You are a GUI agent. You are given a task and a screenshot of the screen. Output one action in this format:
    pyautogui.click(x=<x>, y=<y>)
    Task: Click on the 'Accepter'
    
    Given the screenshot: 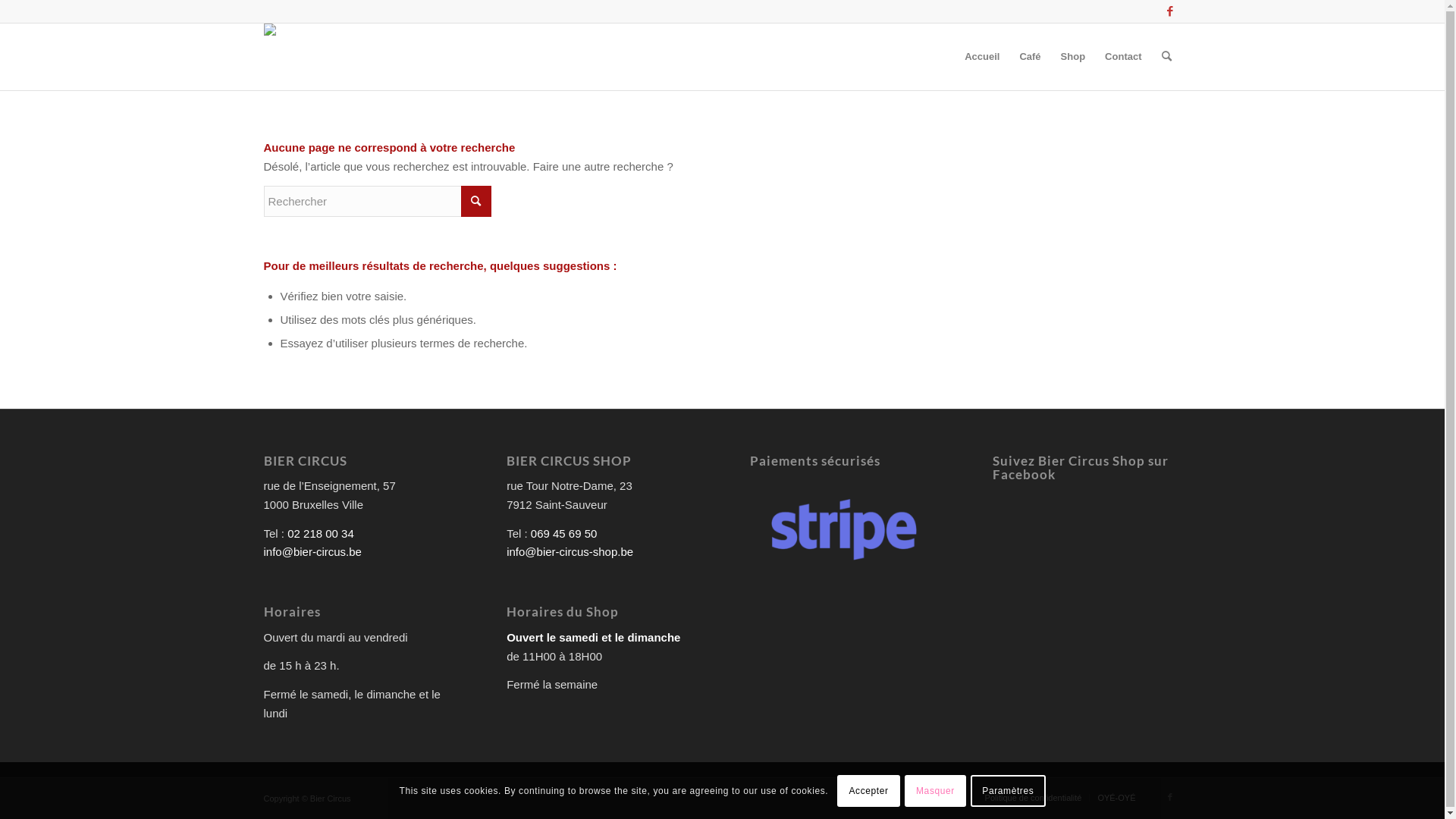 What is the action you would take?
    pyautogui.click(x=868, y=789)
    